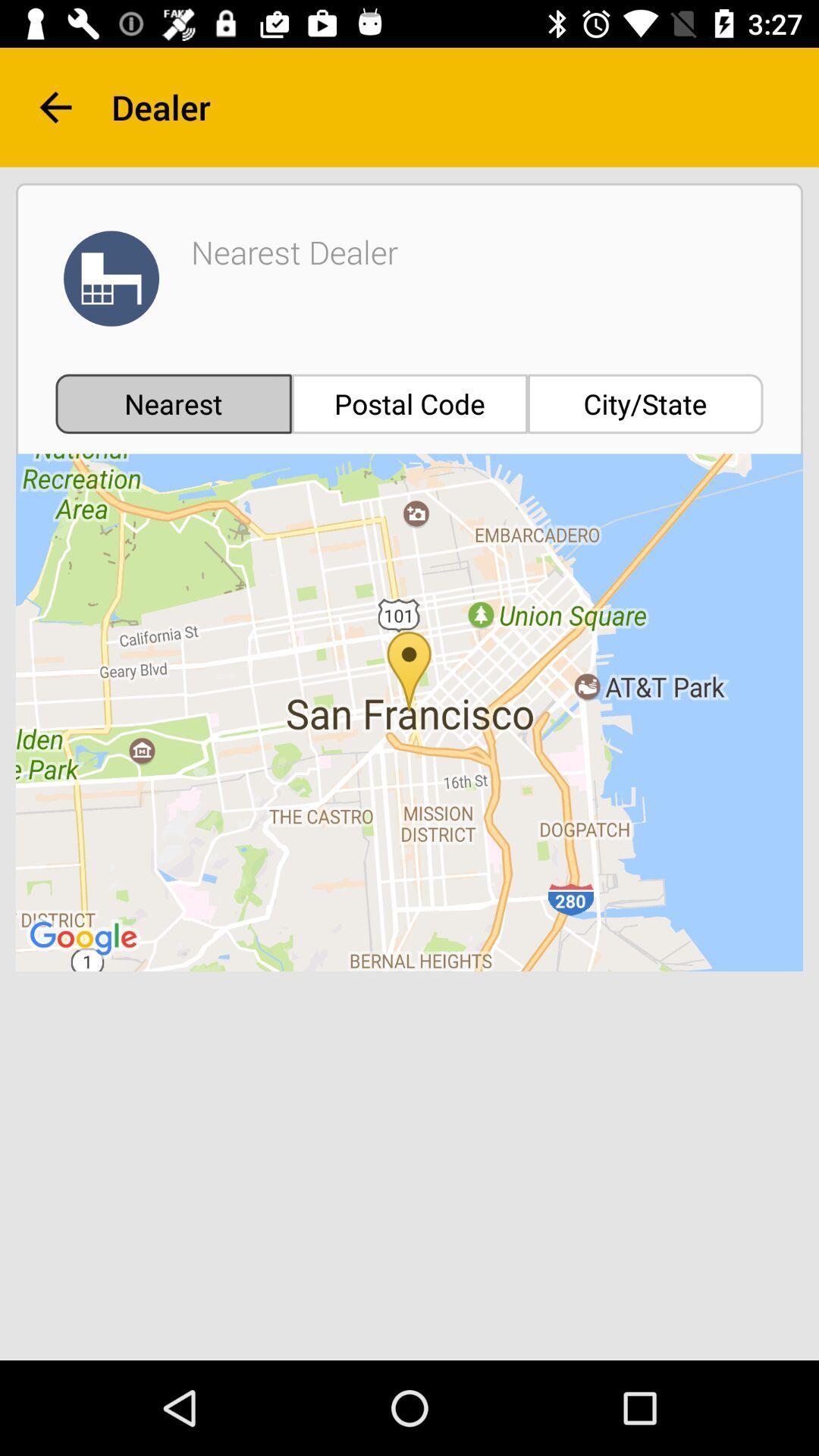  Describe the element at coordinates (645, 403) in the screenshot. I see `the city/state` at that location.